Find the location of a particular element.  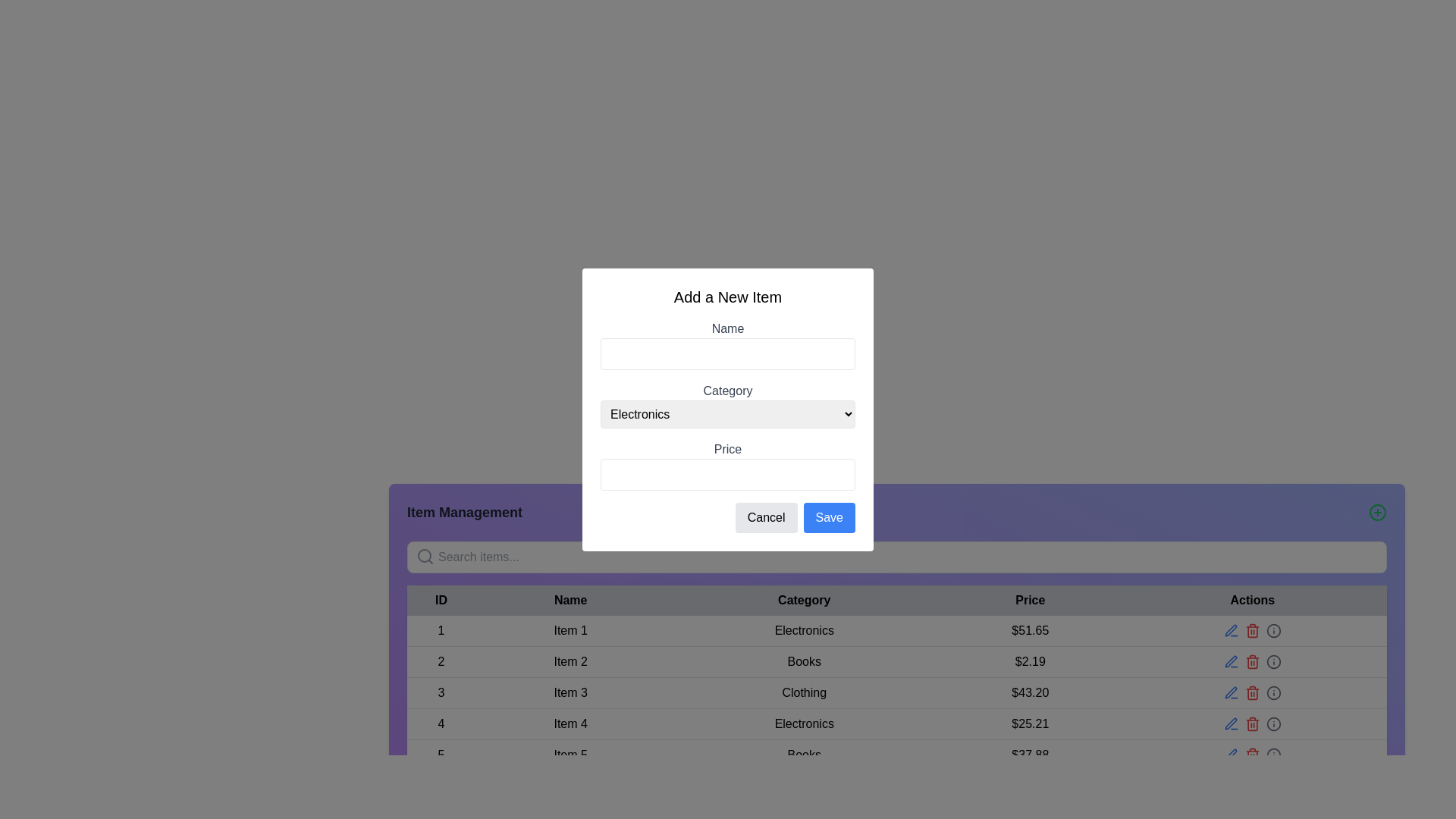

the Dropdown menu in the 'Add a New Item' modal is located at coordinates (728, 409).